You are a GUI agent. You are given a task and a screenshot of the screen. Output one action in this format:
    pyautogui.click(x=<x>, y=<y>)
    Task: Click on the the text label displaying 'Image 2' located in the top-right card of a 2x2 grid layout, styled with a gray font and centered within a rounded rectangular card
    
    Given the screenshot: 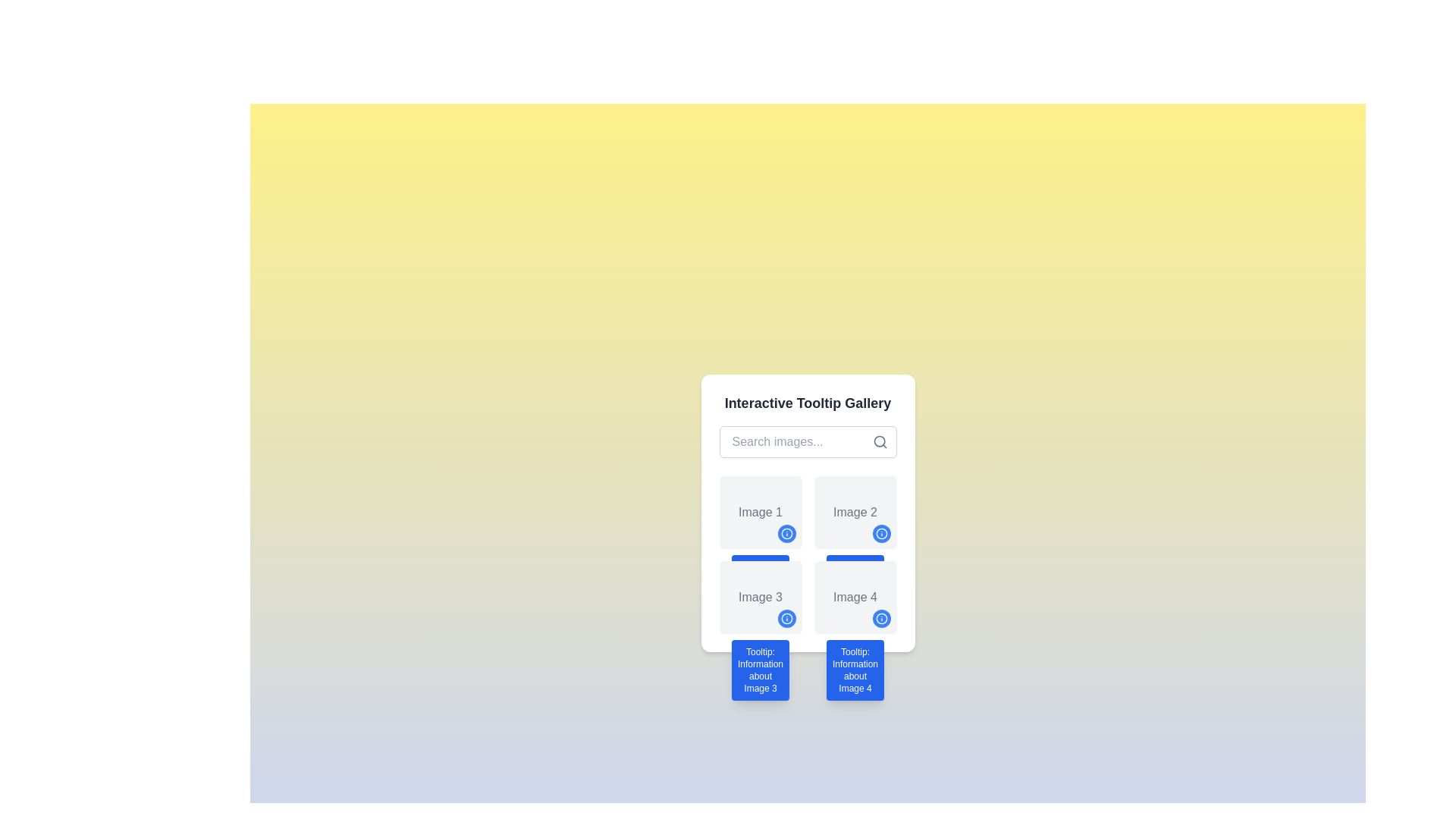 What is the action you would take?
    pyautogui.click(x=855, y=512)
    